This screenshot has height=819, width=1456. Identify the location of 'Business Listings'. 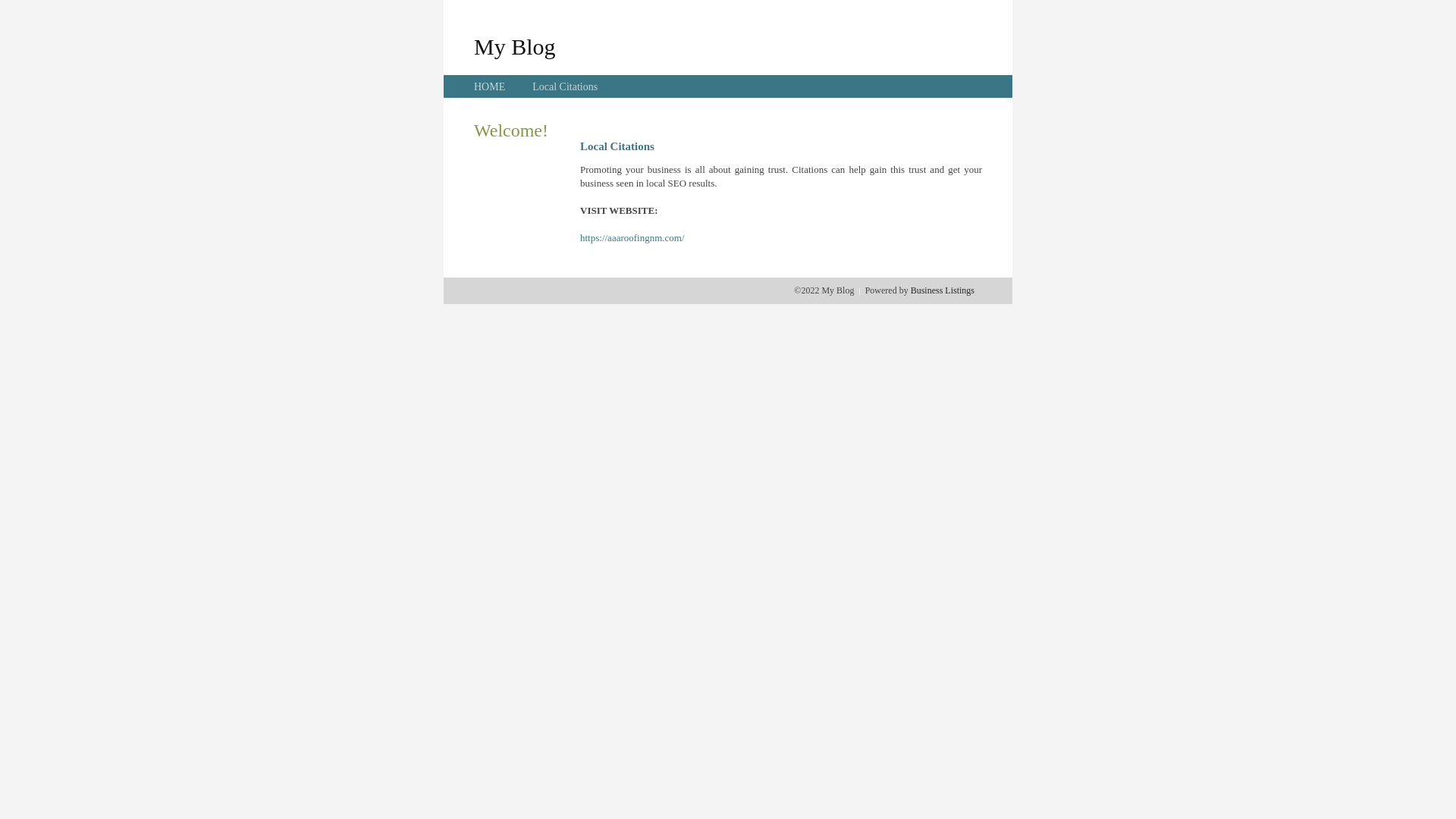
(942, 290).